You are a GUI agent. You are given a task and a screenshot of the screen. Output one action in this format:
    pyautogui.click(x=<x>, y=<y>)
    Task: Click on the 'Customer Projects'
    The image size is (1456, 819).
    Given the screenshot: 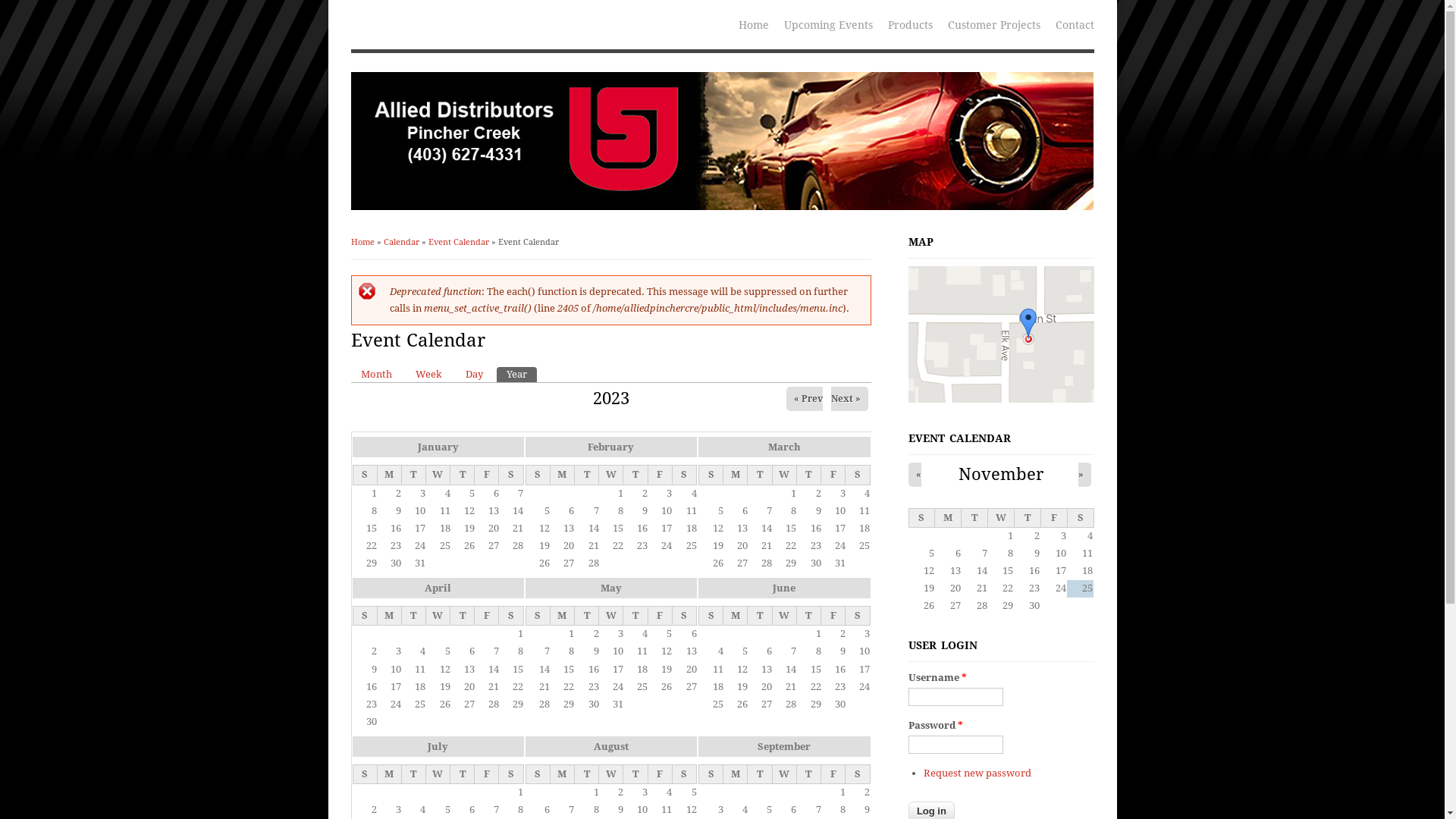 What is the action you would take?
    pyautogui.click(x=939, y=24)
    